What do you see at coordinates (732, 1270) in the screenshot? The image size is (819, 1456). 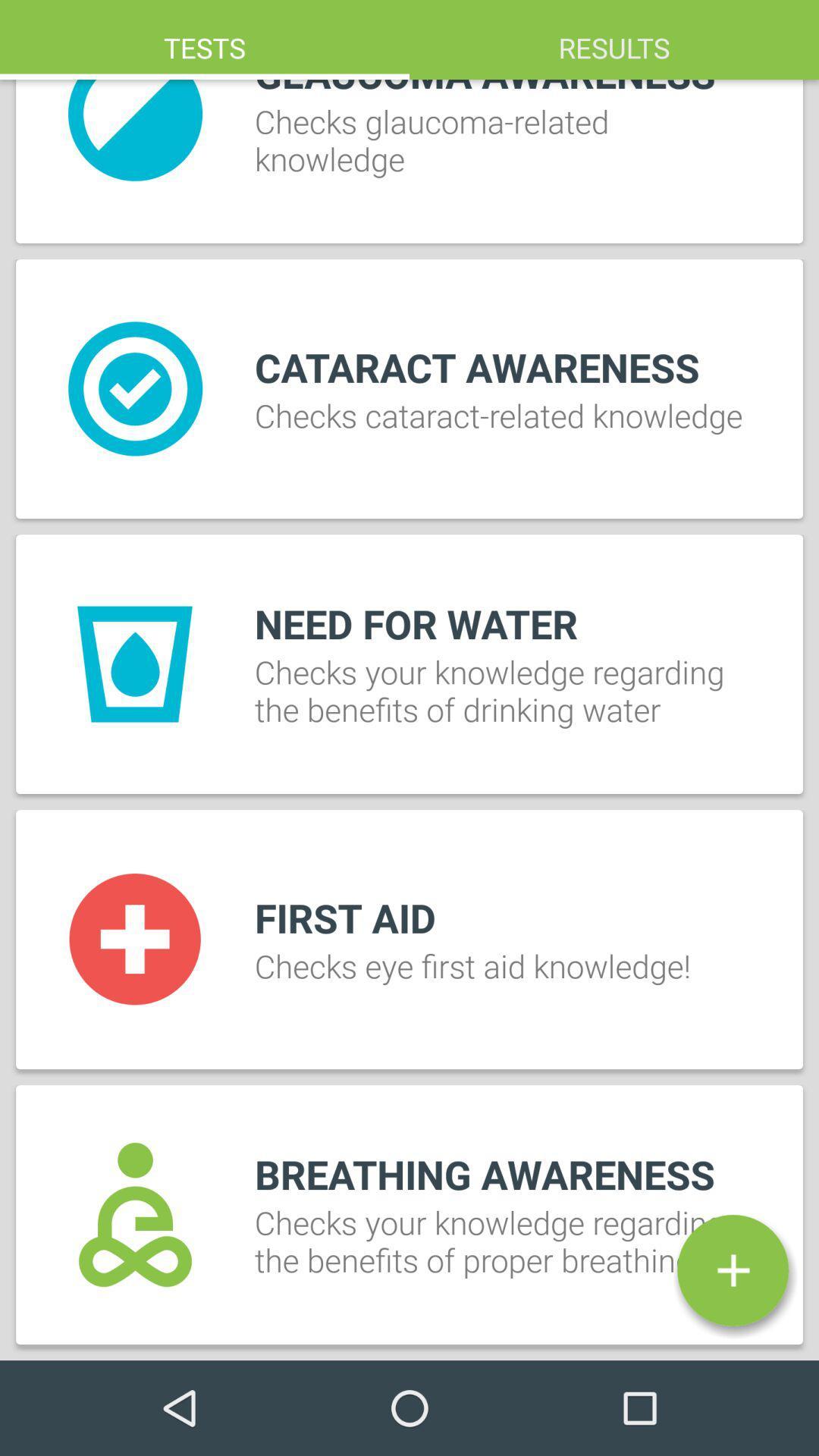 I see `the item below breathing awareness` at bounding box center [732, 1270].